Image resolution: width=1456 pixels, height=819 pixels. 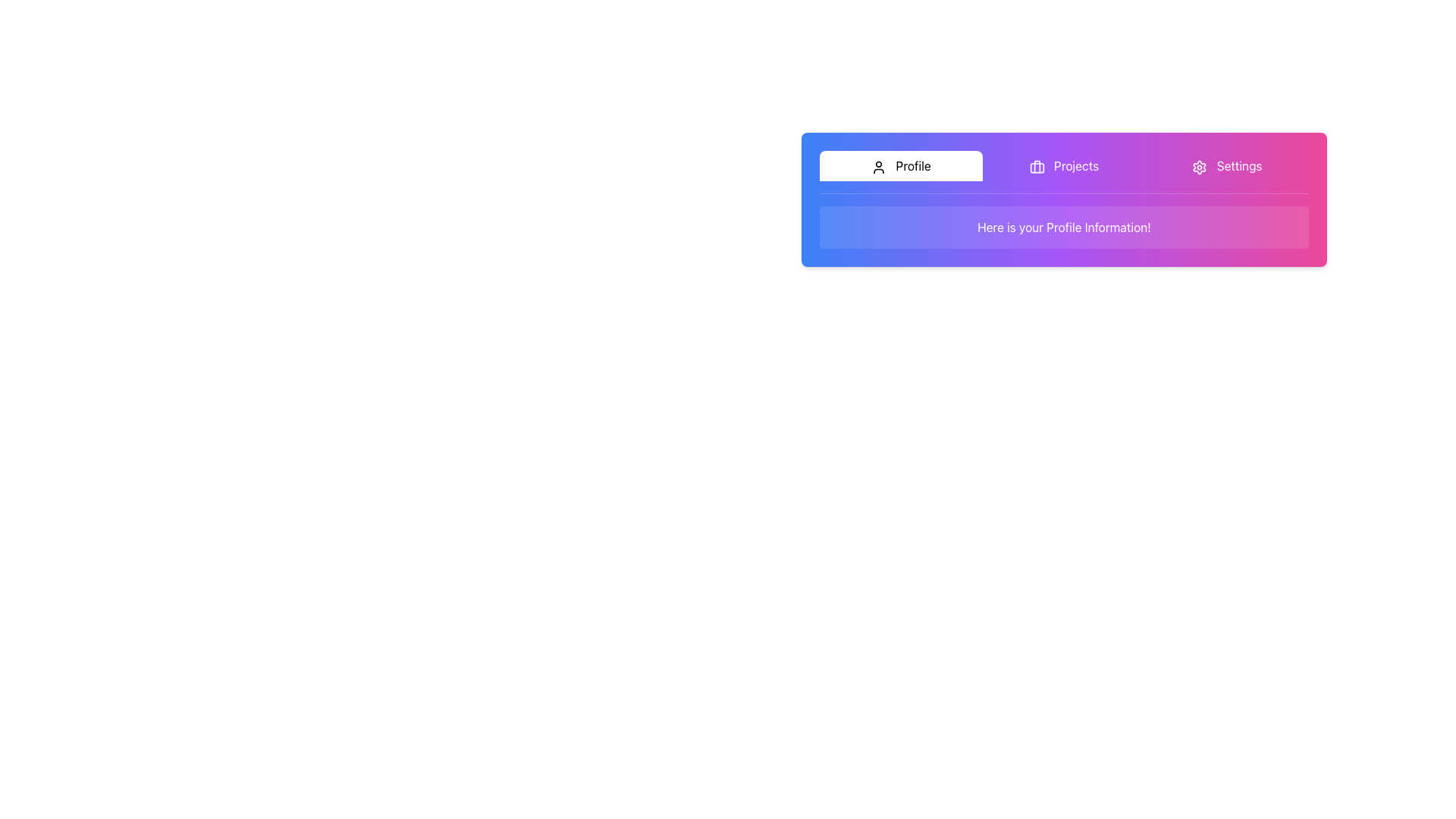 I want to click on the informational text box that displays 'Here is your Profile Information!' which is located below the tabs labeled 'Profile', 'Projects', and 'Settings', so click(x=1063, y=227).